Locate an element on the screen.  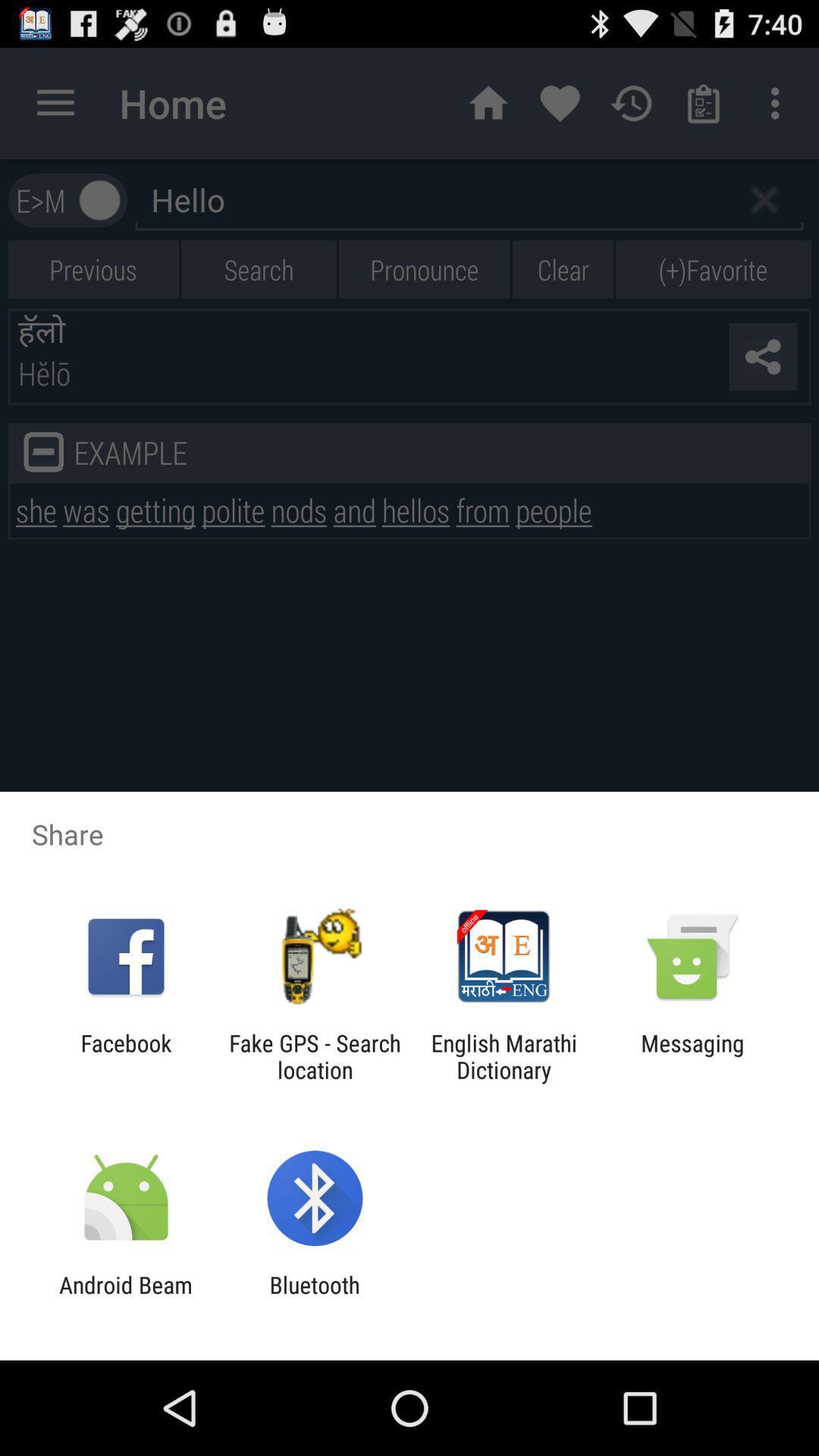
the english marathi dictionary item is located at coordinates (504, 1056).